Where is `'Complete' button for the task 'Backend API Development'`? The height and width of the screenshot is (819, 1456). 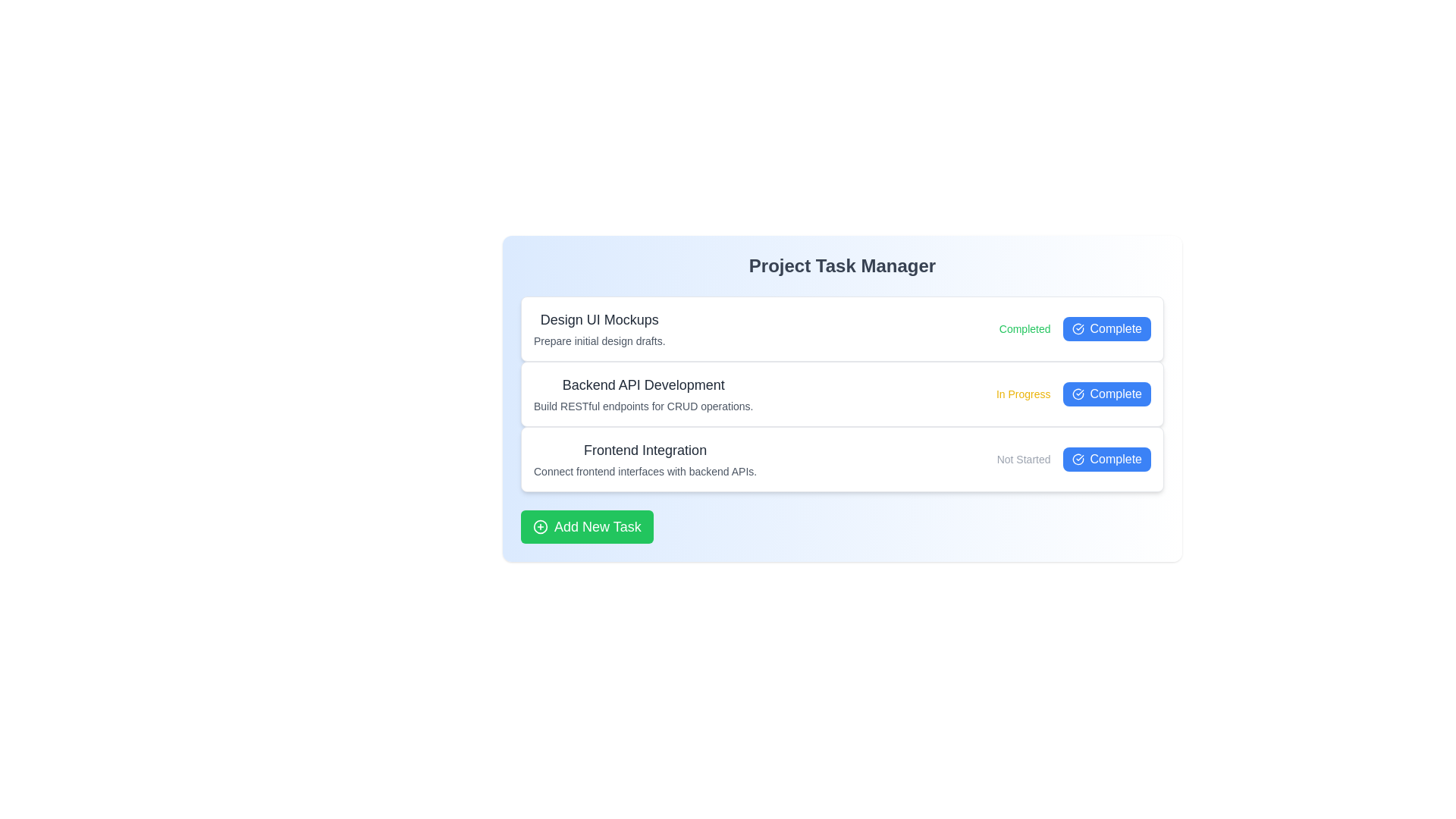 'Complete' button for the task 'Backend API Development' is located at coordinates (1106, 394).